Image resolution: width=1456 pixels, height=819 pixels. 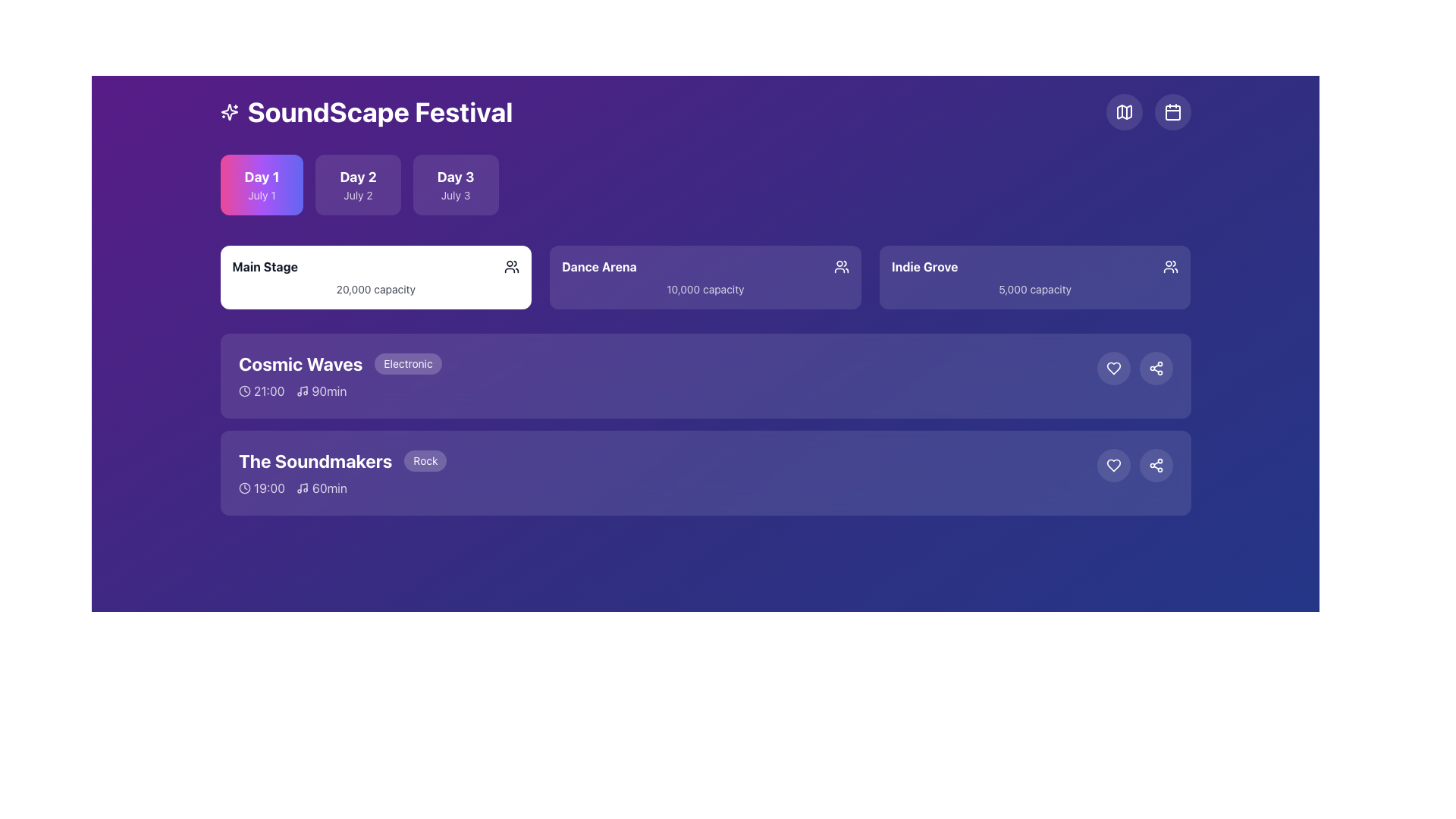 I want to click on text '60min' next to the musical note icon in the row for the event 'The Soundmakers' to understand the event's duration, so click(x=321, y=488).